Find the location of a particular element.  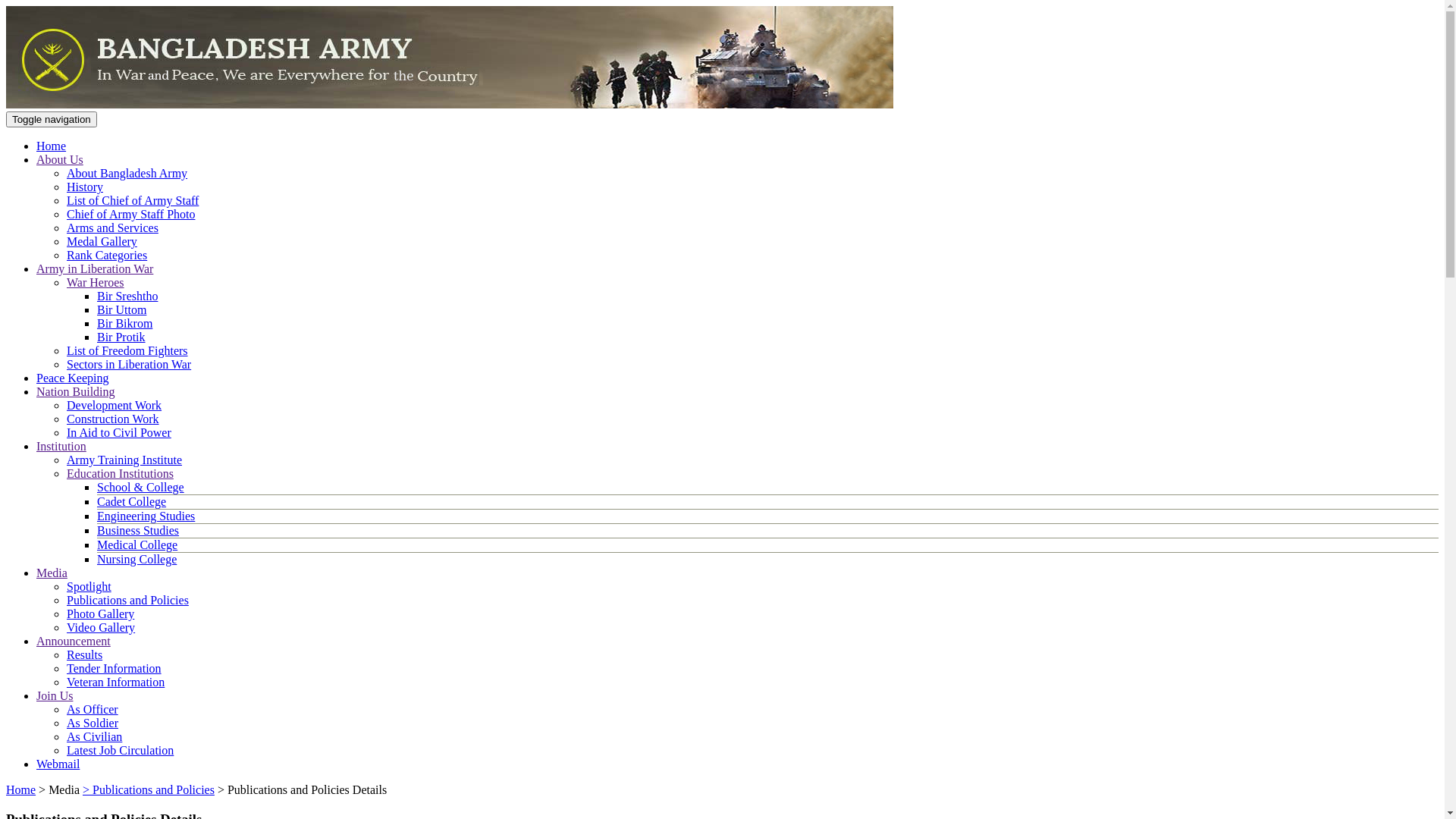

'In Aid to Civil Power' is located at coordinates (118, 432).